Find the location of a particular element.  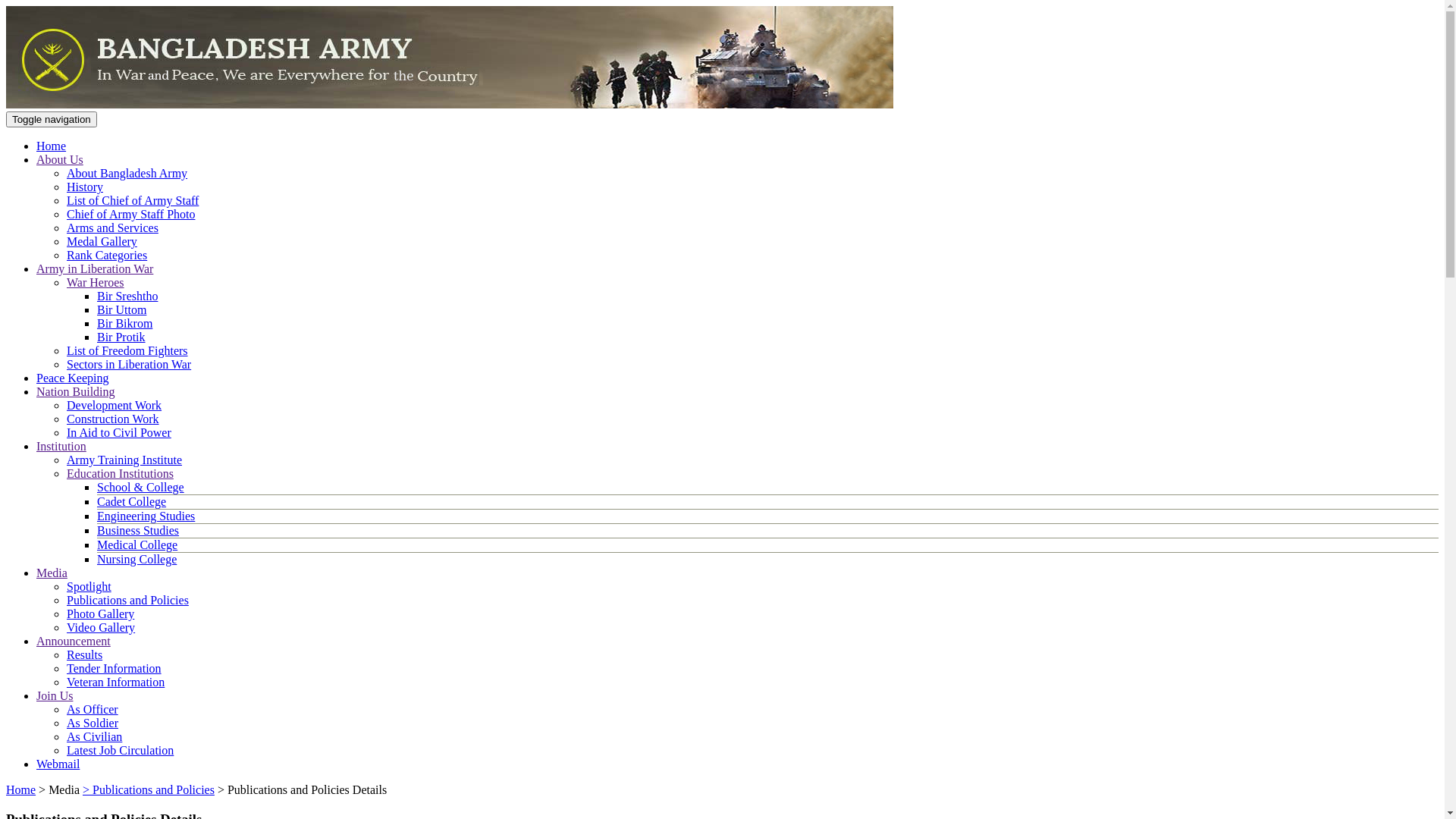

'In Aid to Civil Power' is located at coordinates (118, 432).